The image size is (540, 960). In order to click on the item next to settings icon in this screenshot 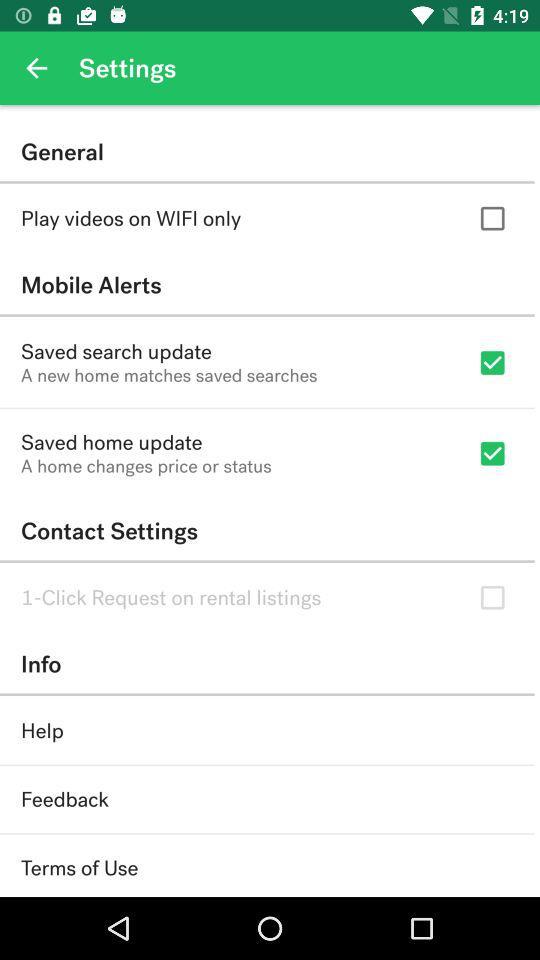, I will do `click(36, 68)`.